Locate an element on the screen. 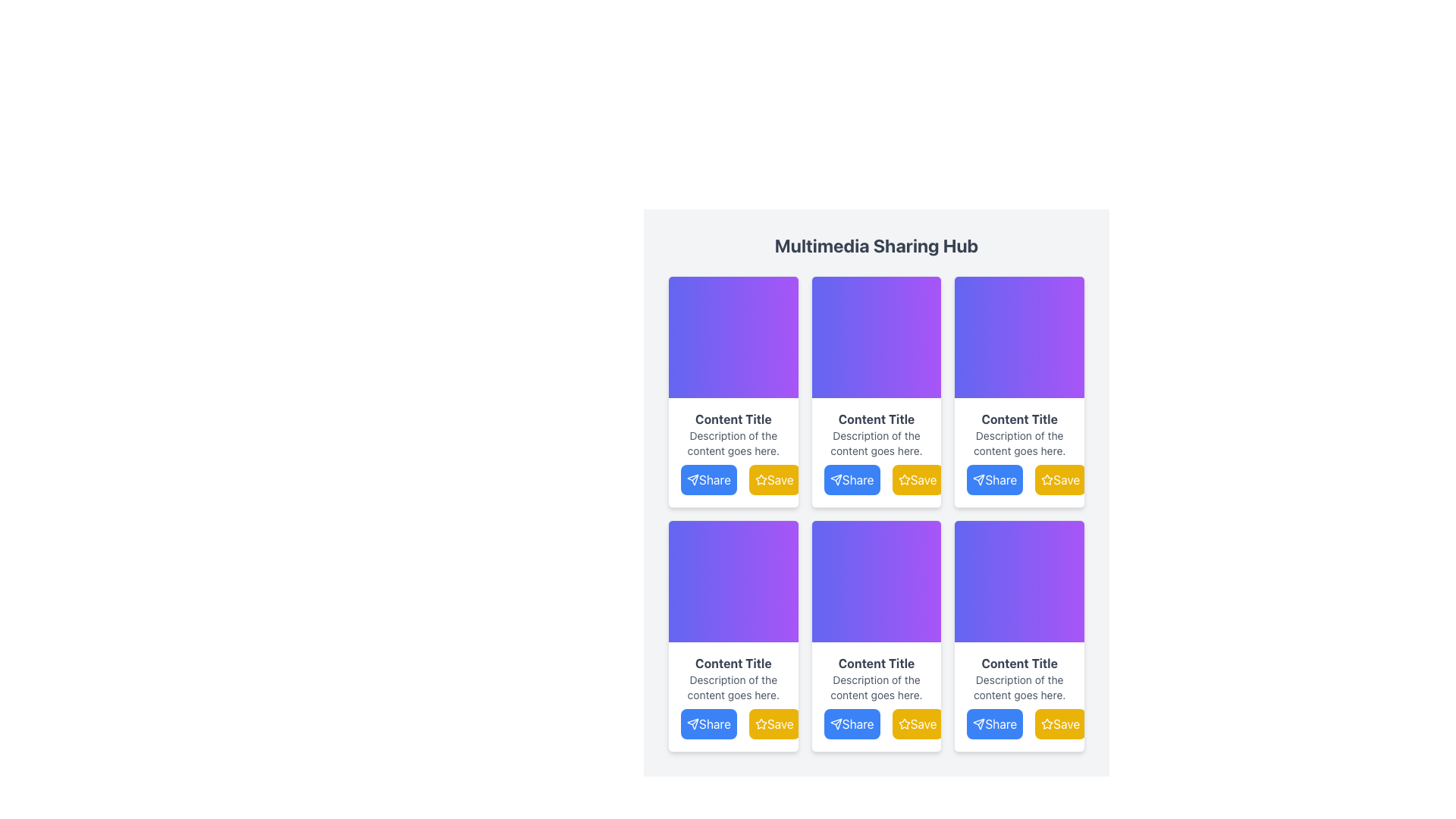 This screenshot has width=1456, height=819. text label that displays 'Content Title', which is positioned at the top of the third card in the multimedia grid layout is located at coordinates (1019, 419).